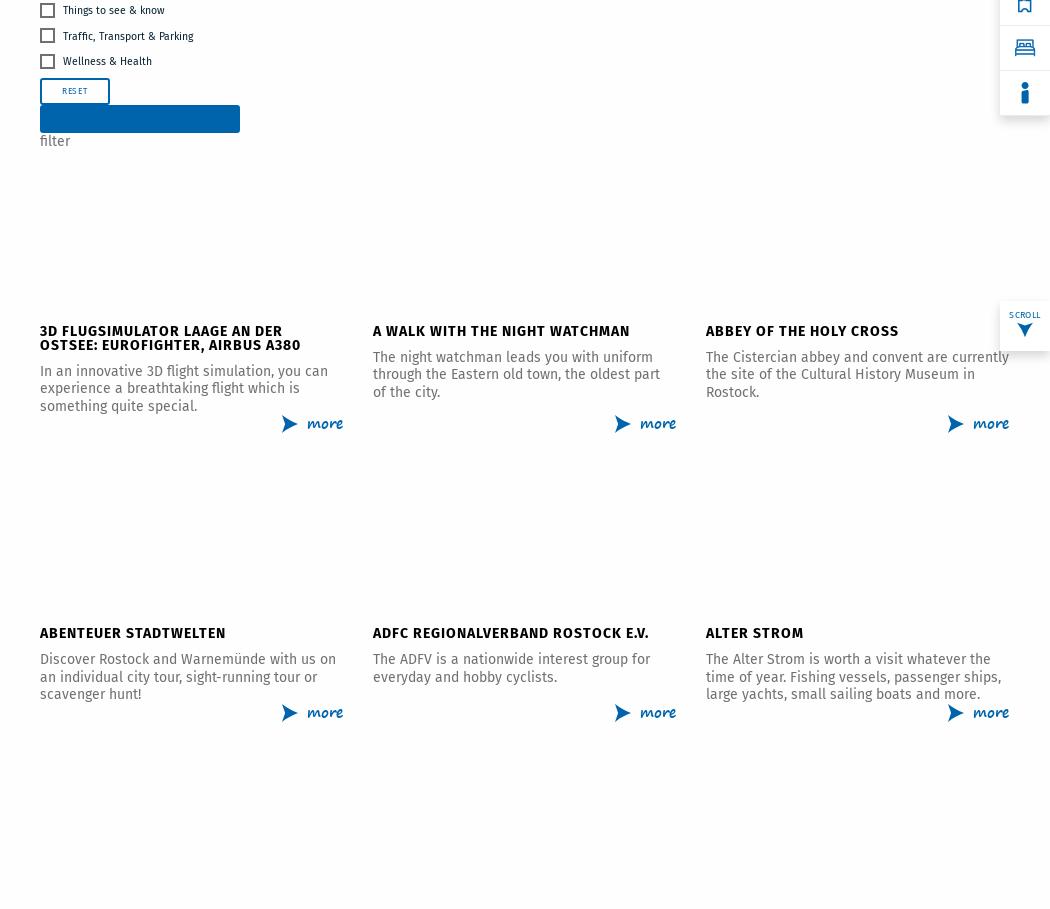  What do you see at coordinates (923, 43) in the screenshot?
I see `'Accommodations'` at bounding box center [923, 43].